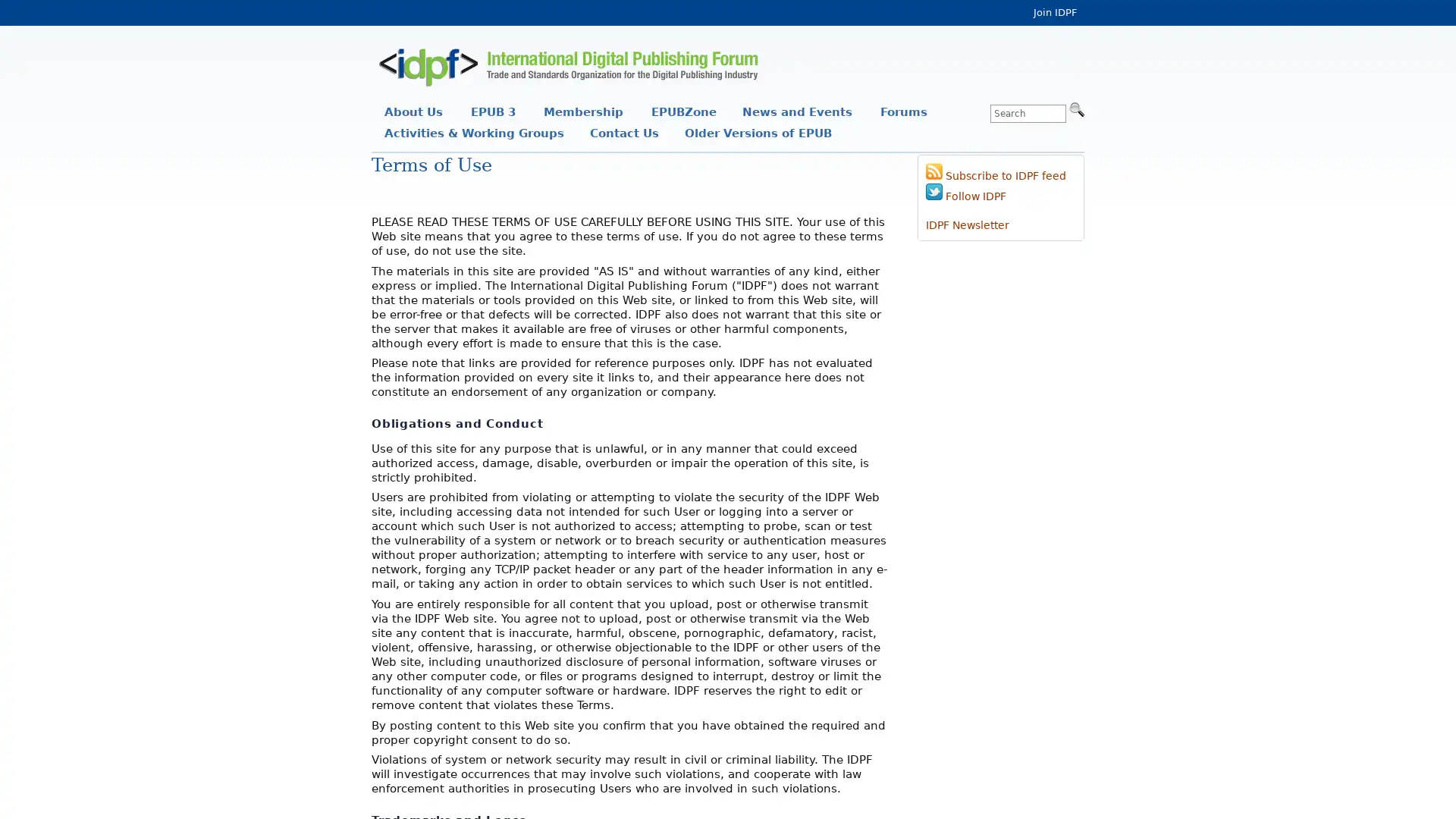  Describe the element at coordinates (1076, 108) in the screenshot. I see `Go` at that location.